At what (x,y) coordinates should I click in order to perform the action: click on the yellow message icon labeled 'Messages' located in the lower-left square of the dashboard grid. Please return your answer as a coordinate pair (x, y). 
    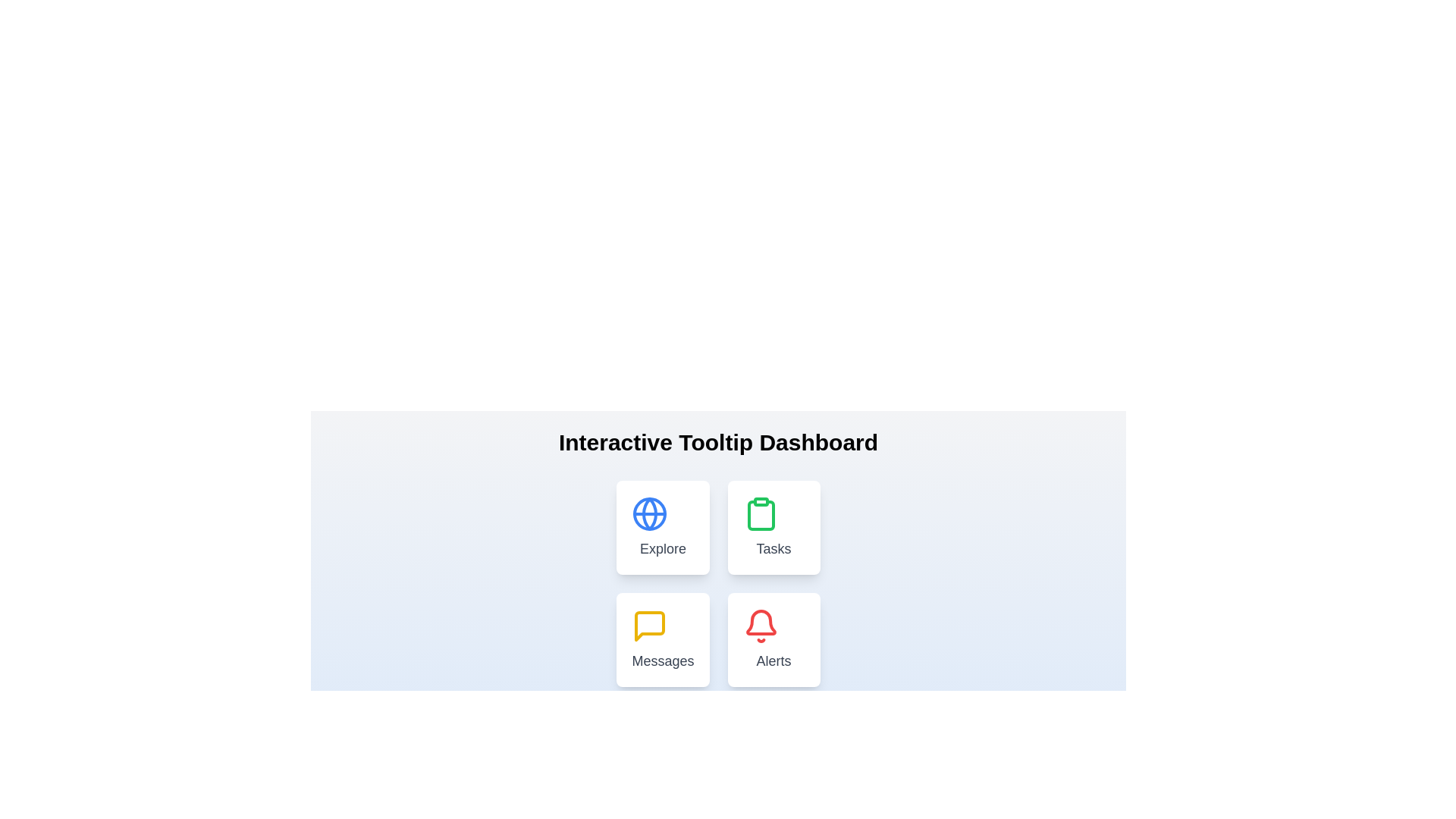
    Looking at the image, I should click on (650, 626).